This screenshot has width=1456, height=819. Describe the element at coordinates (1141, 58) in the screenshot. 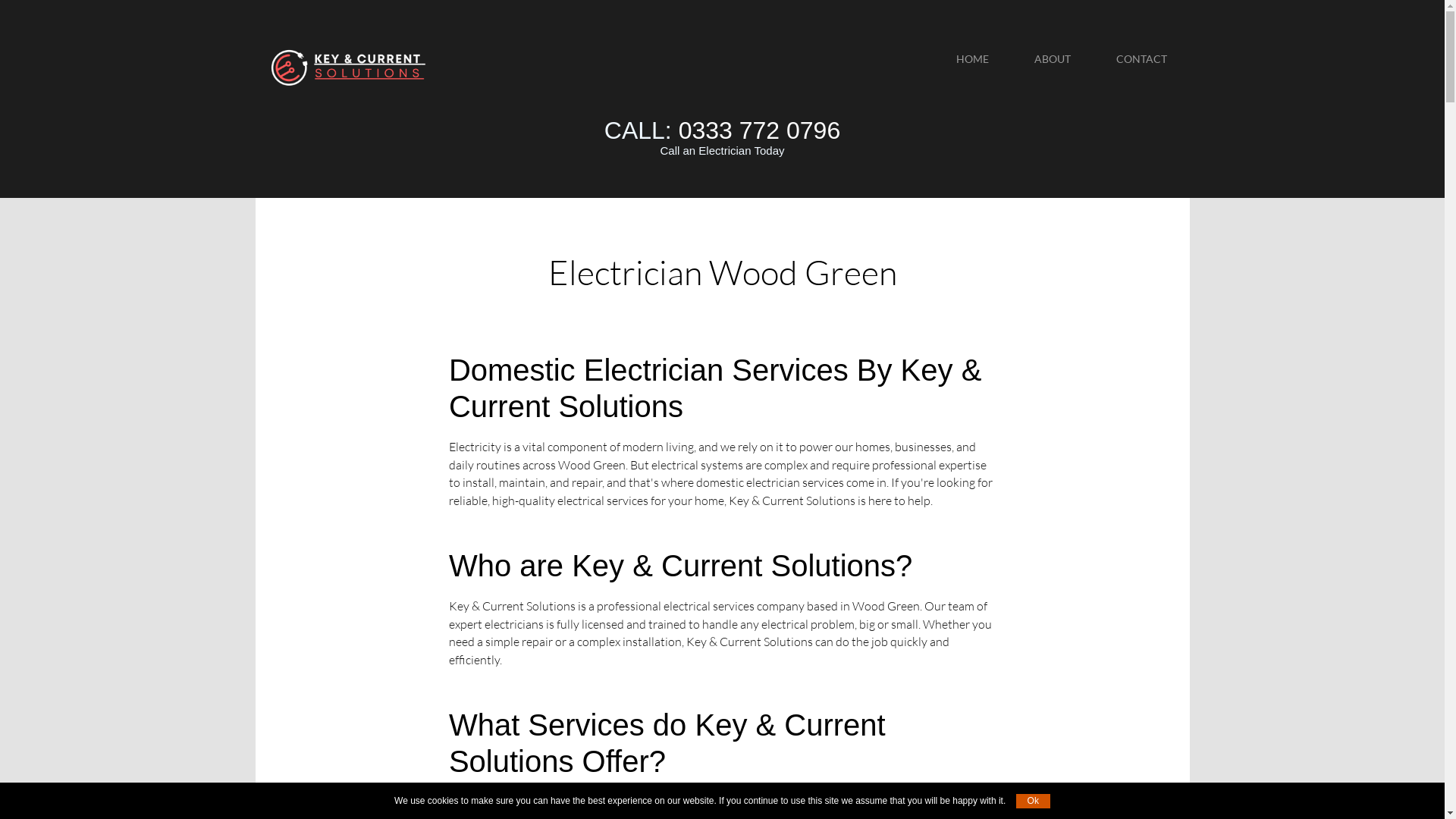

I see `'CONTACT'` at that location.